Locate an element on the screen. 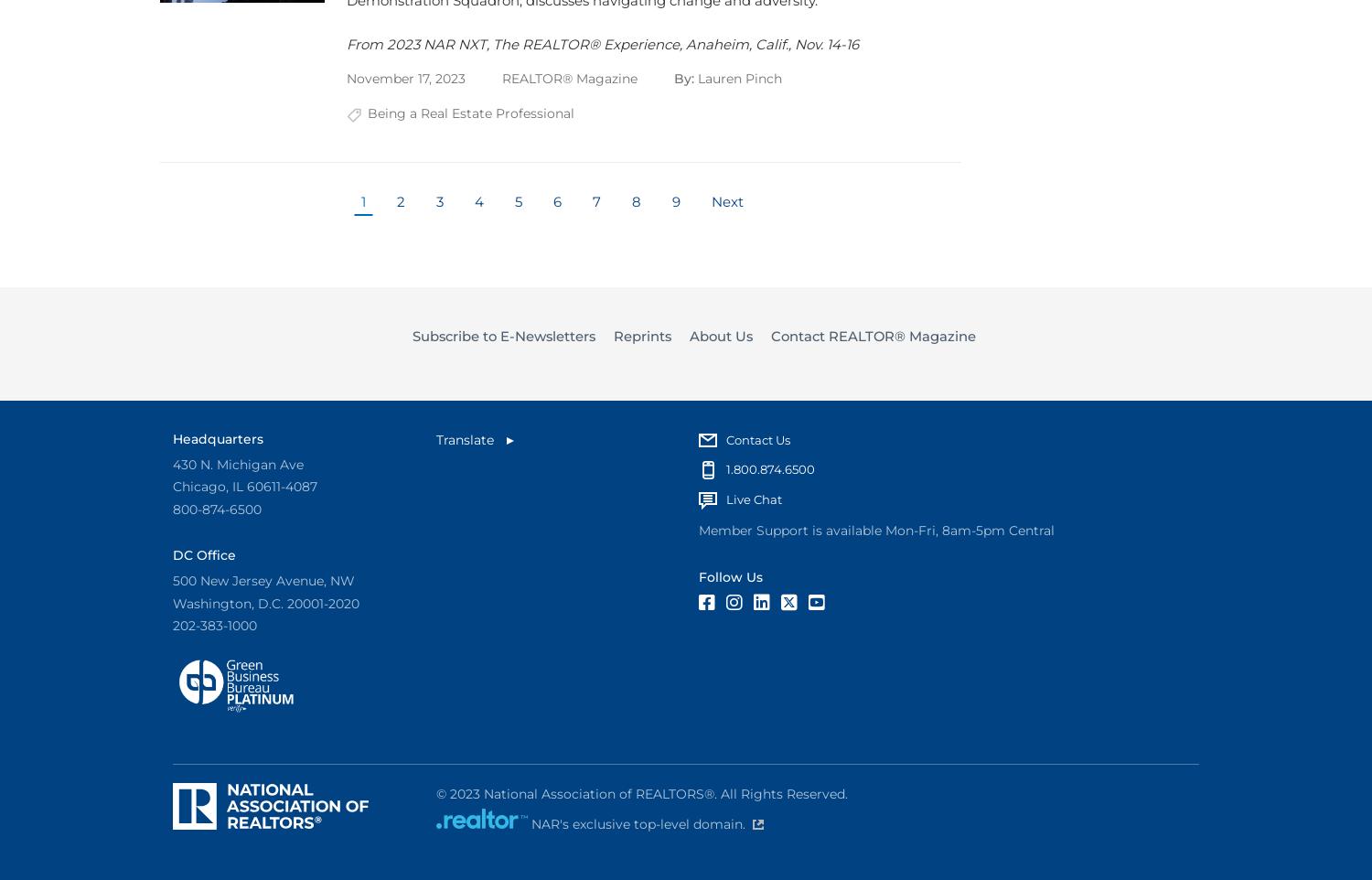 The image size is (1372, 880). 'Lauren Pinch' is located at coordinates (739, 79).